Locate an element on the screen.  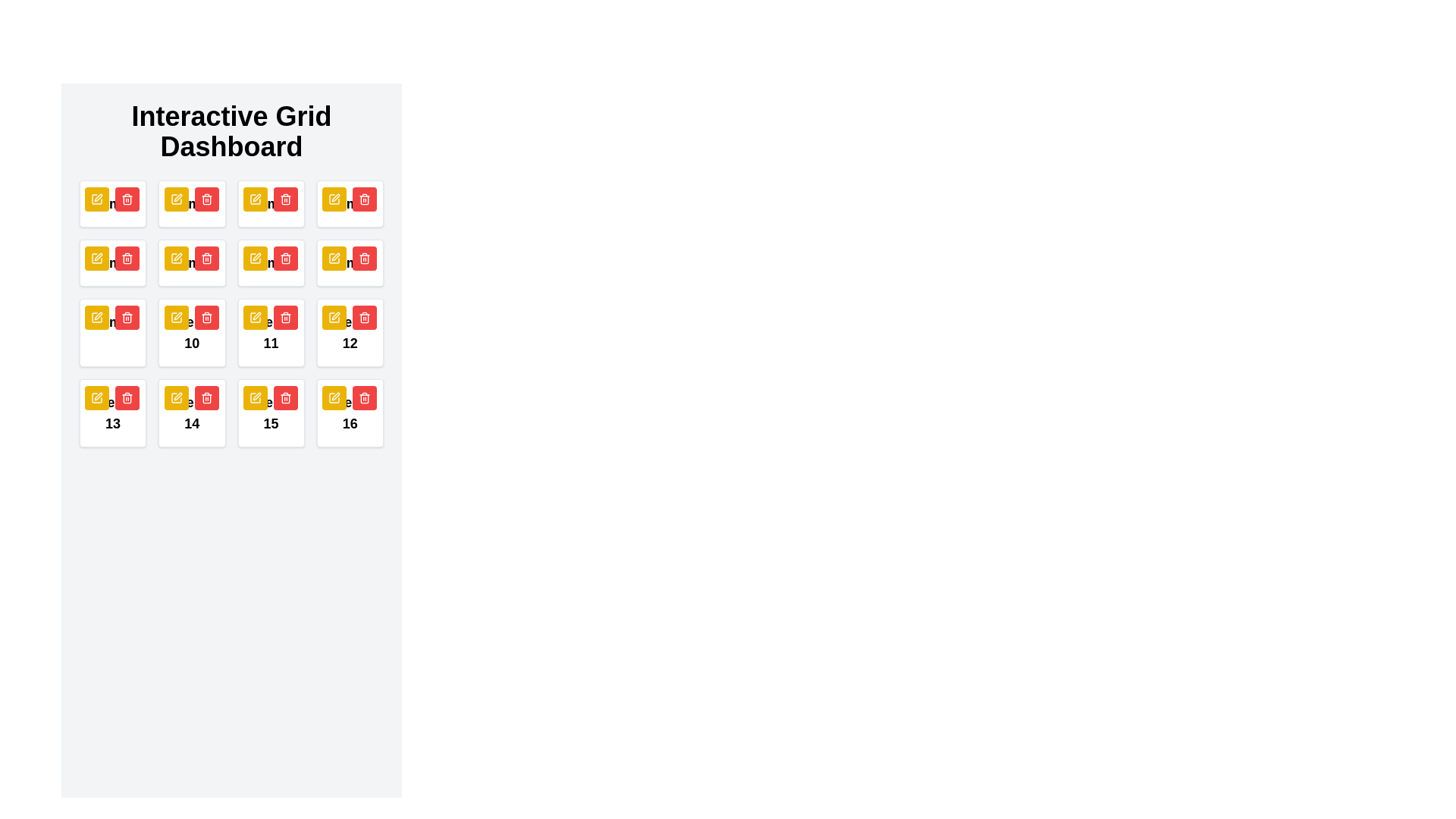
the yellow-filled SVG icon located in the first row, first column of the interactive grid dashboard is located at coordinates (96, 198).